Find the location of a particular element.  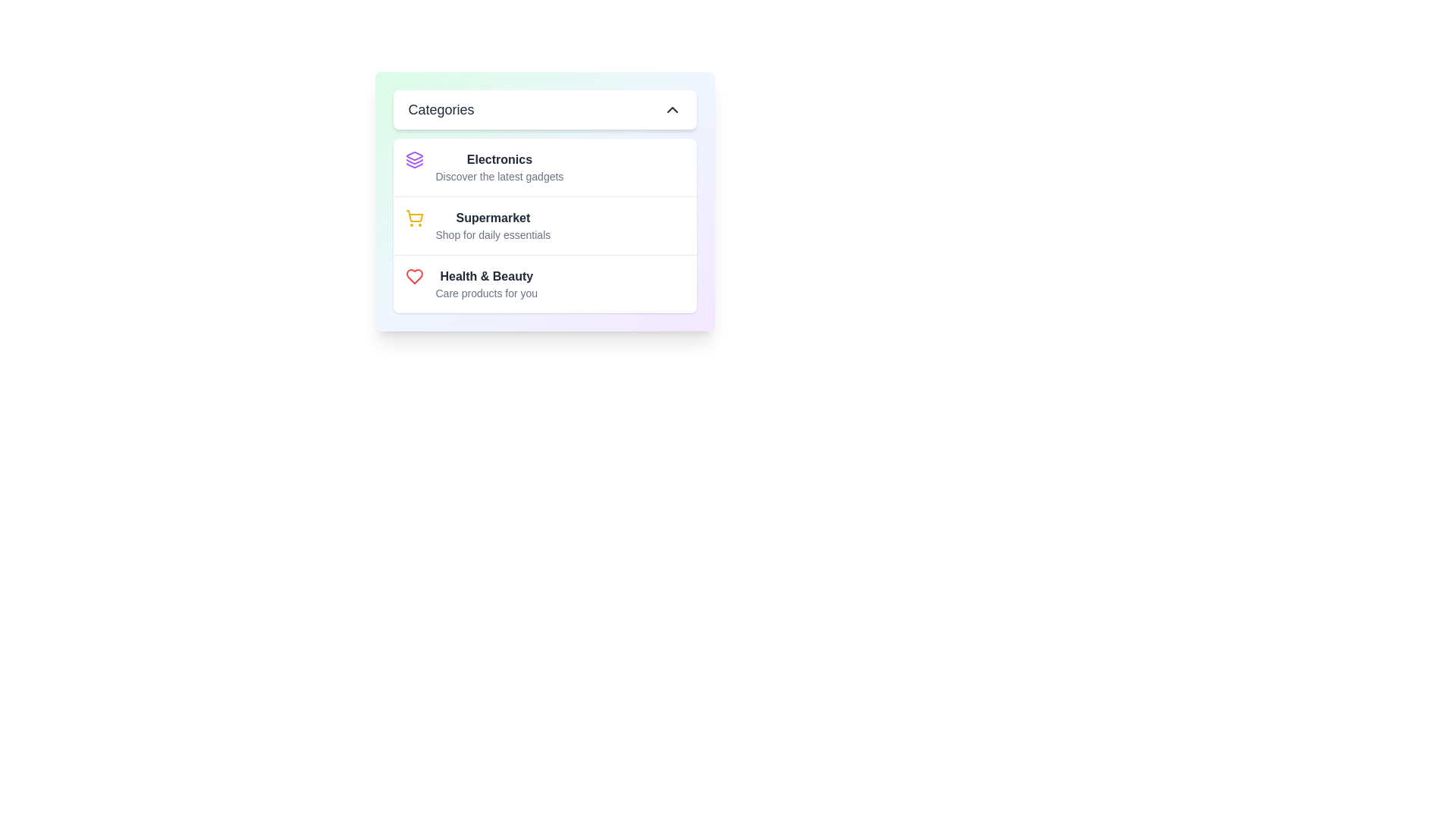

the static text label providing a description for the 'Health & Beauty' category, located below the bold title in the dropdown interface is located at coordinates (486, 293).